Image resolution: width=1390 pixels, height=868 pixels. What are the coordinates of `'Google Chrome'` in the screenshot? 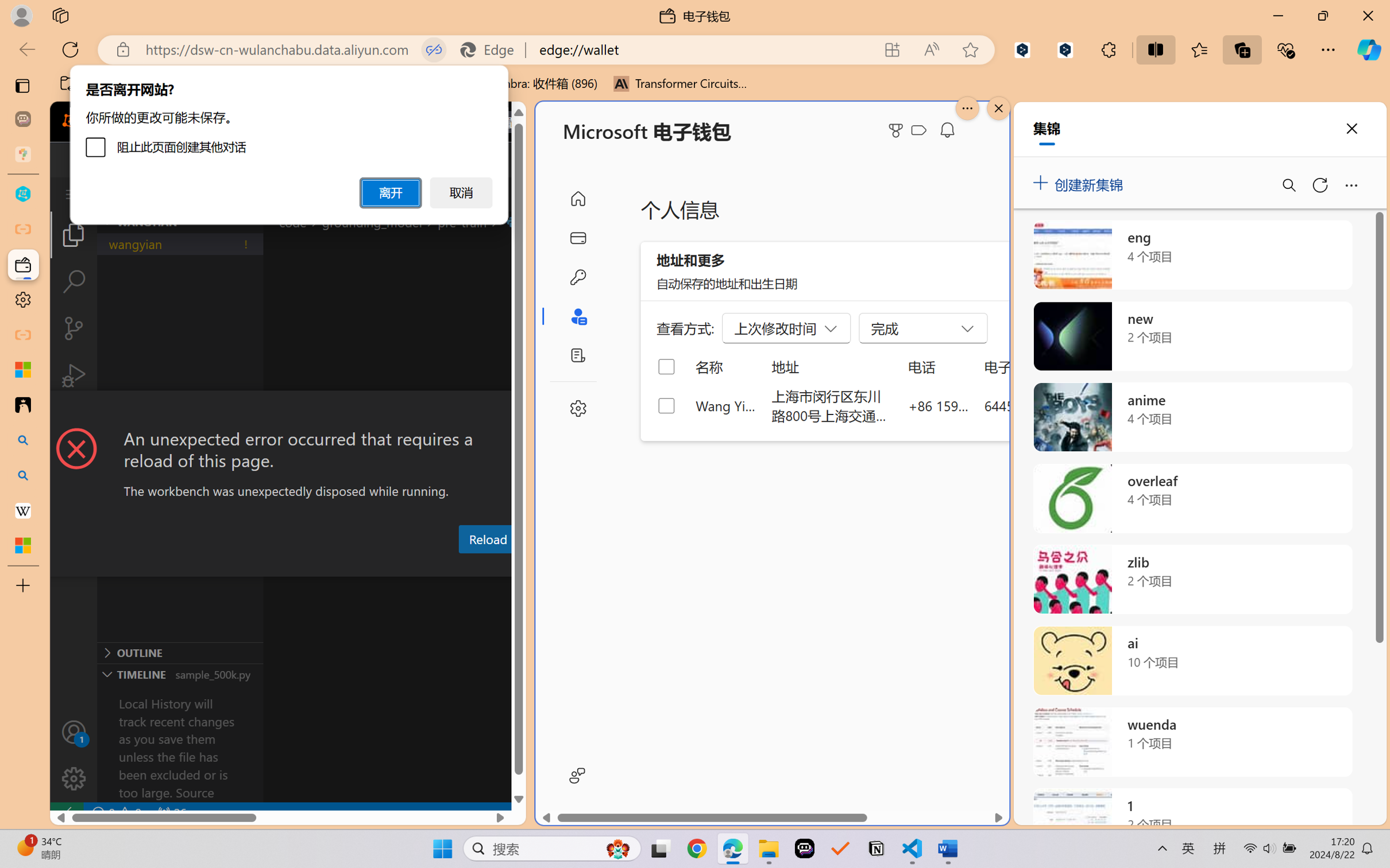 It's located at (697, 848).